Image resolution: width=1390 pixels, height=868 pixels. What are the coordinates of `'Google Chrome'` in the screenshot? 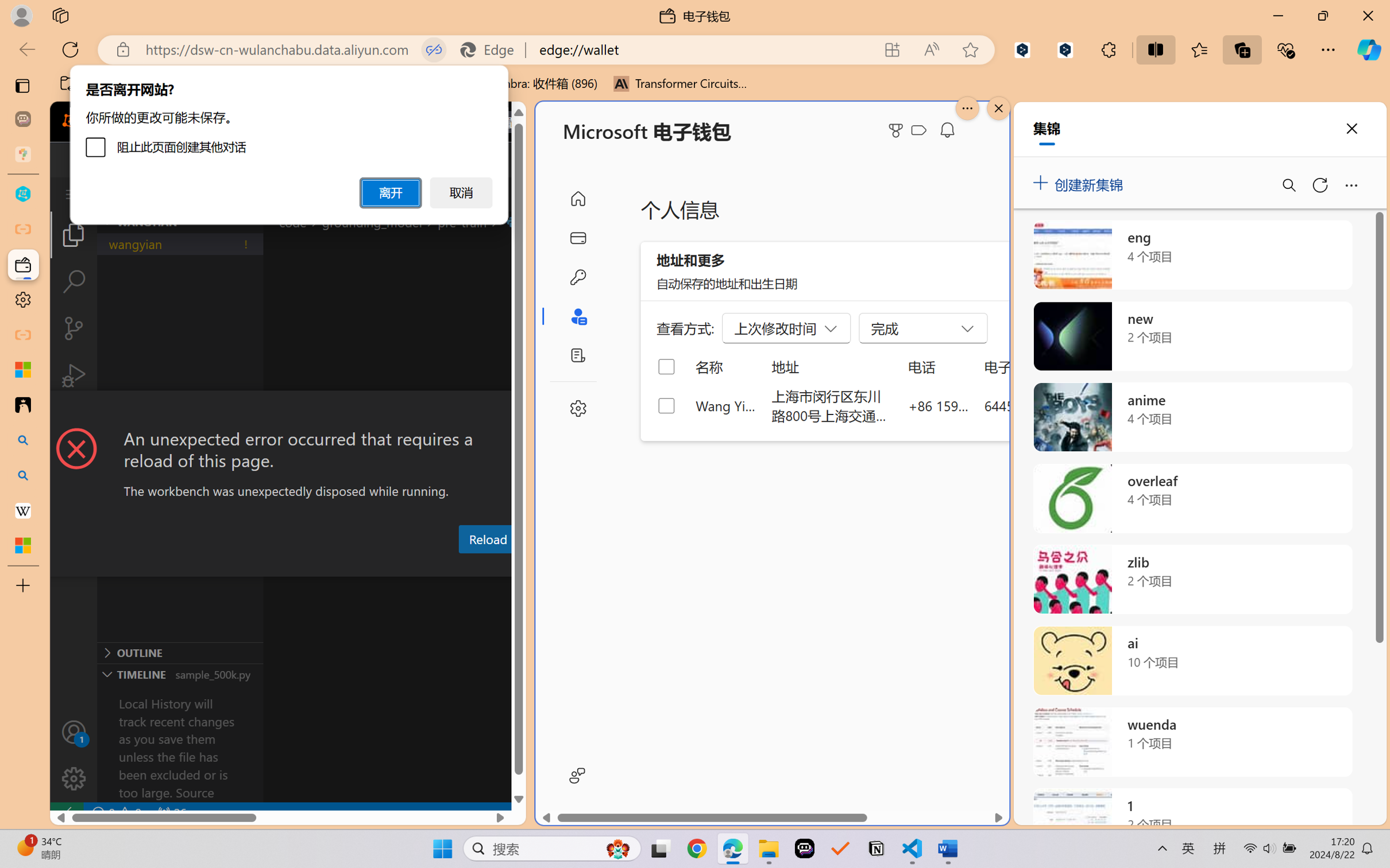 It's located at (697, 848).